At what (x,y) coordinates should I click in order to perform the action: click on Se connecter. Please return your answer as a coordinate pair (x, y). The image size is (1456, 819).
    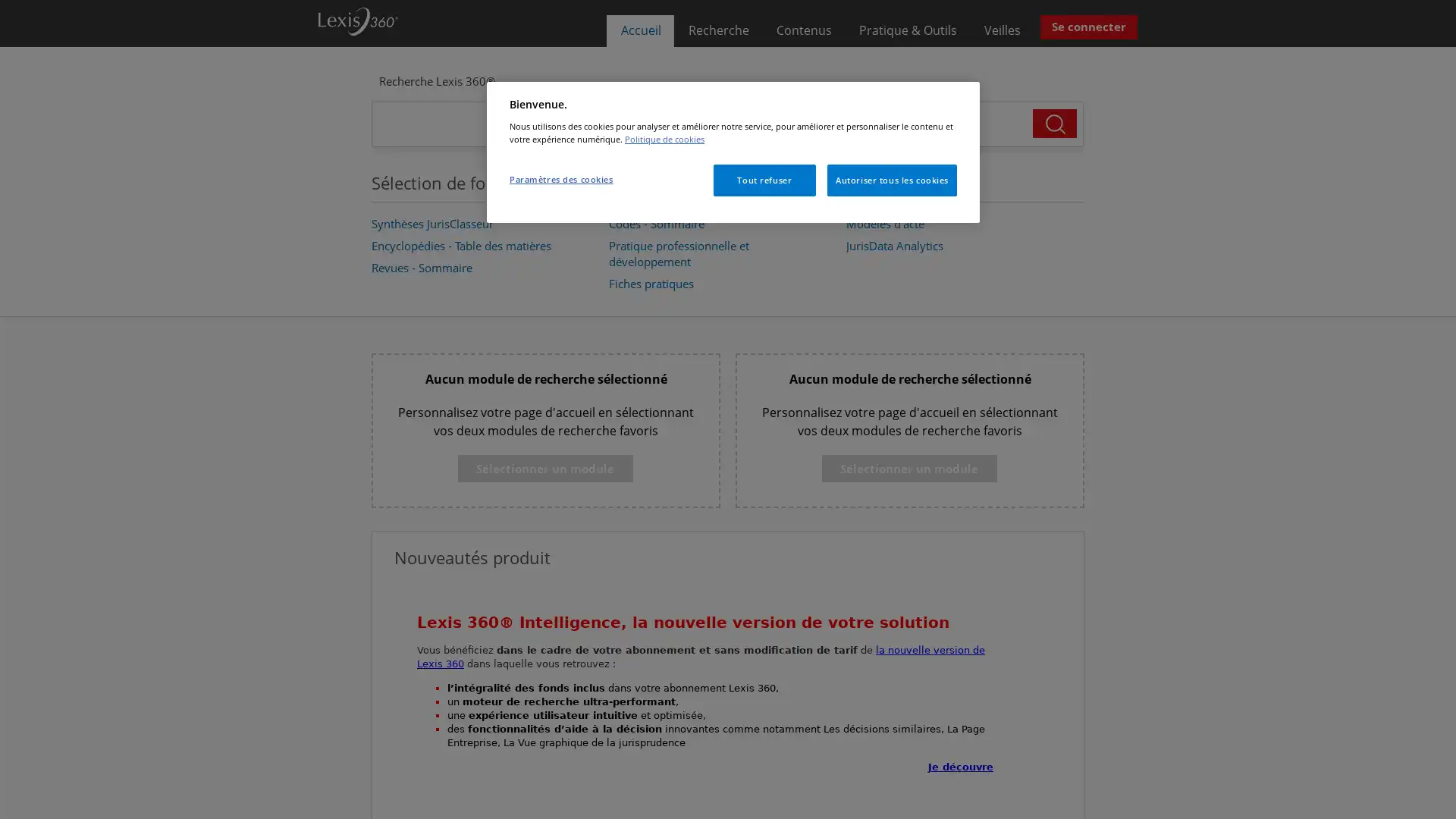
    Looking at the image, I should click on (1087, 27).